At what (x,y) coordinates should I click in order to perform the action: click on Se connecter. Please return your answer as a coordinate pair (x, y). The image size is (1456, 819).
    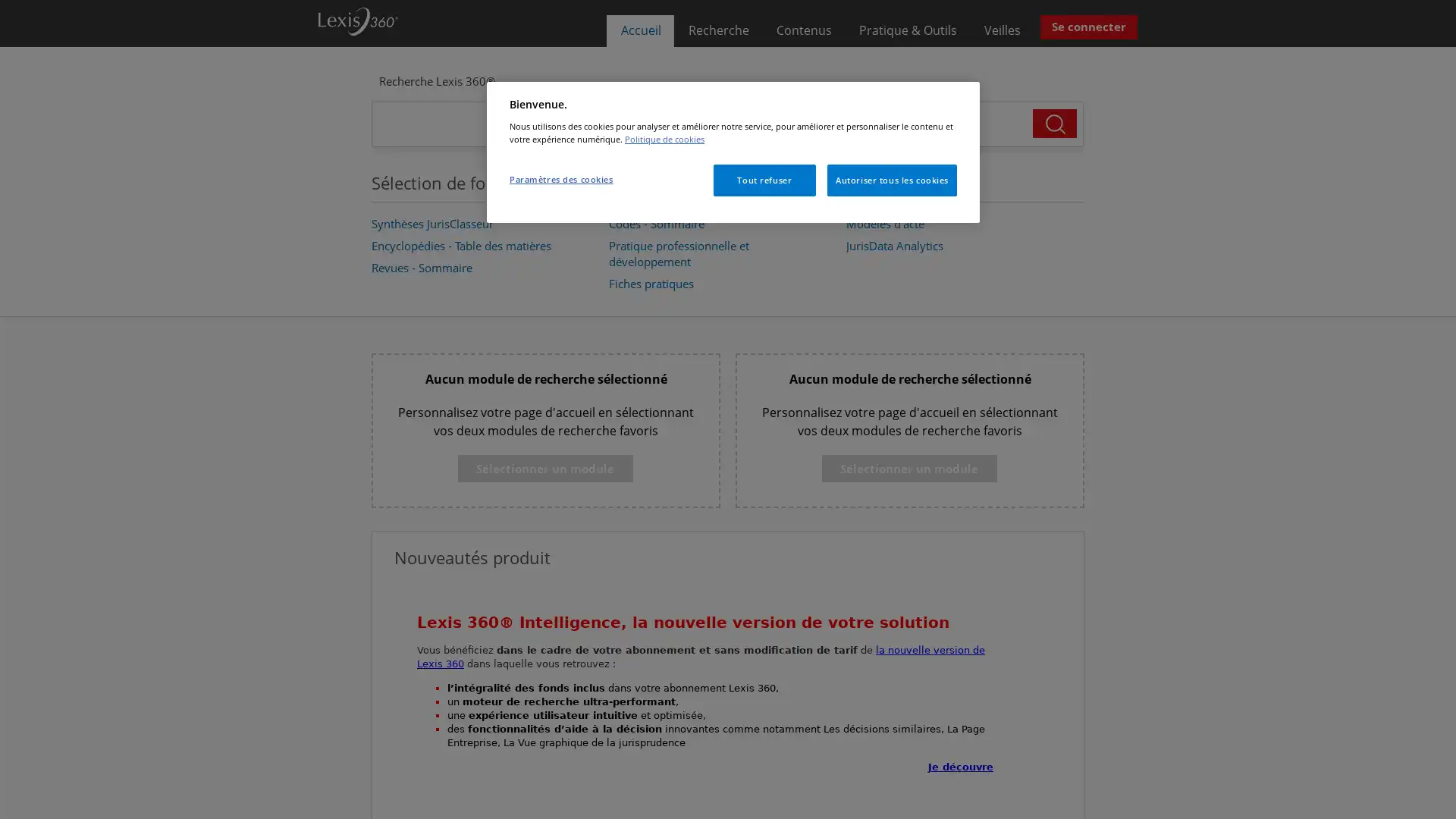
    Looking at the image, I should click on (1087, 27).